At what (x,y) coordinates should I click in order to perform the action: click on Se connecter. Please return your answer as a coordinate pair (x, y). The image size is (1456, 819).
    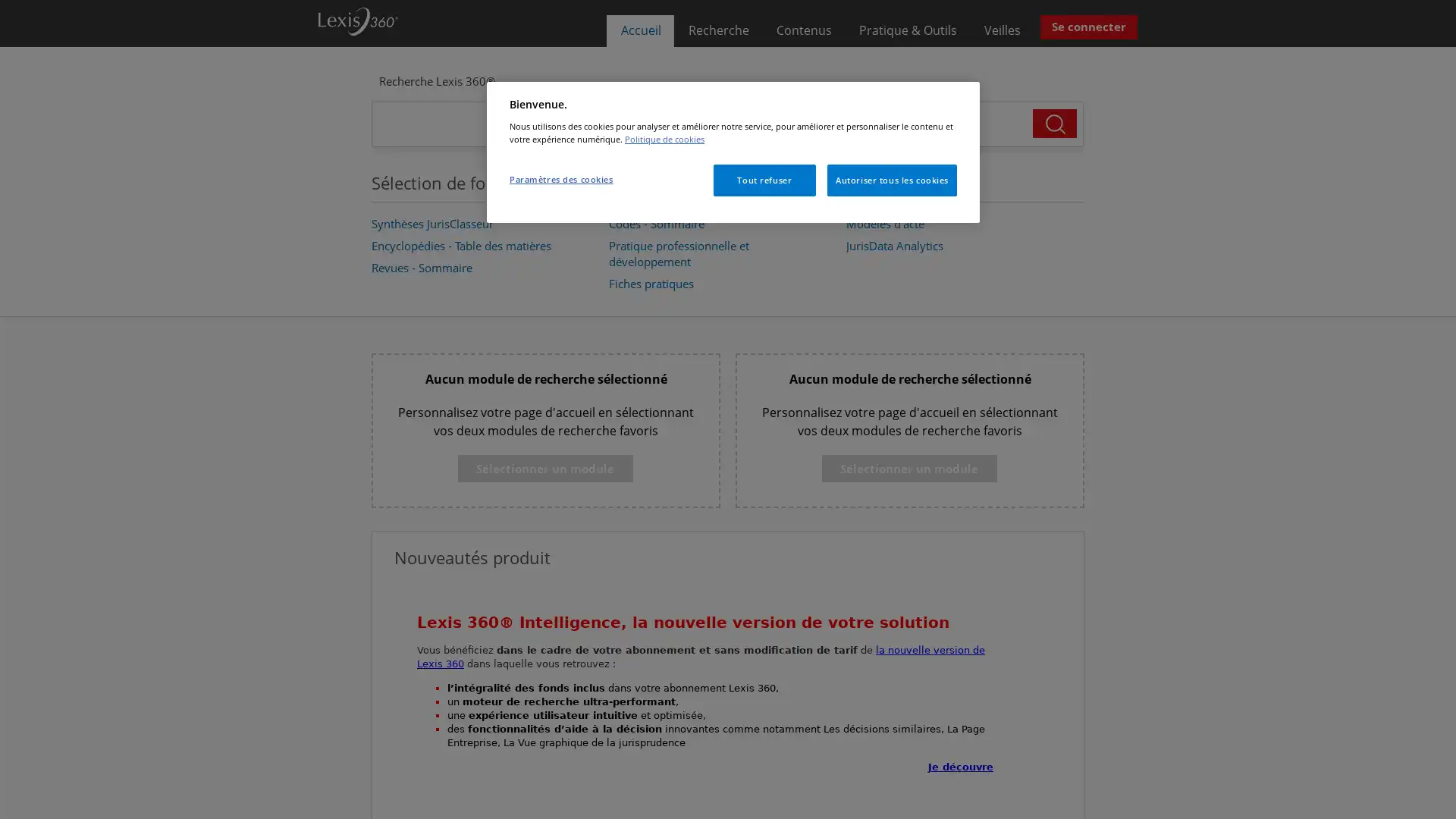
    Looking at the image, I should click on (1087, 27).